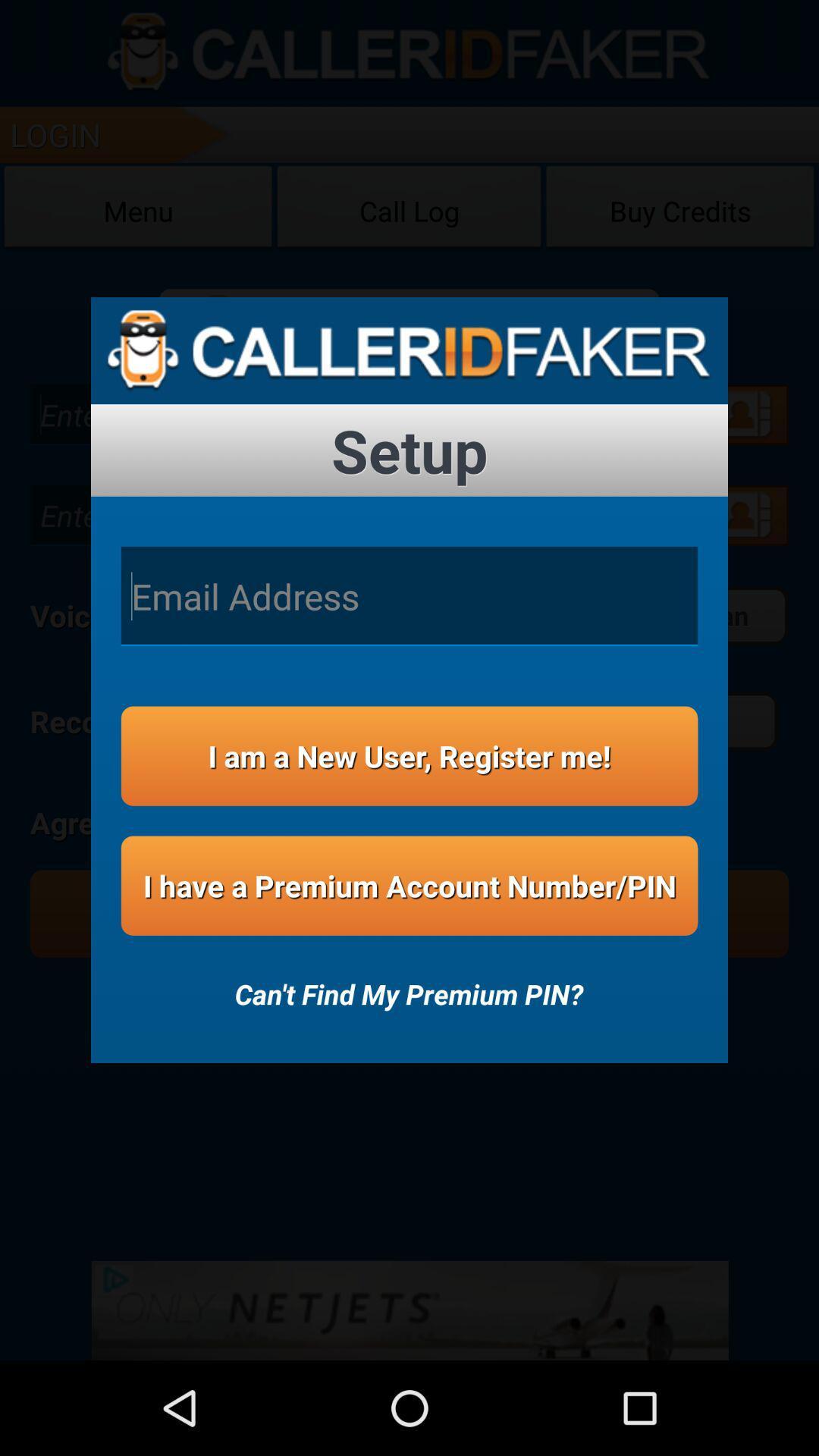 The width and height of the screenshot is (819, 1456). What do you see at coordinates (408, 984) in the screenshot?
I see `can t find app` at bounding box center [408, 984].